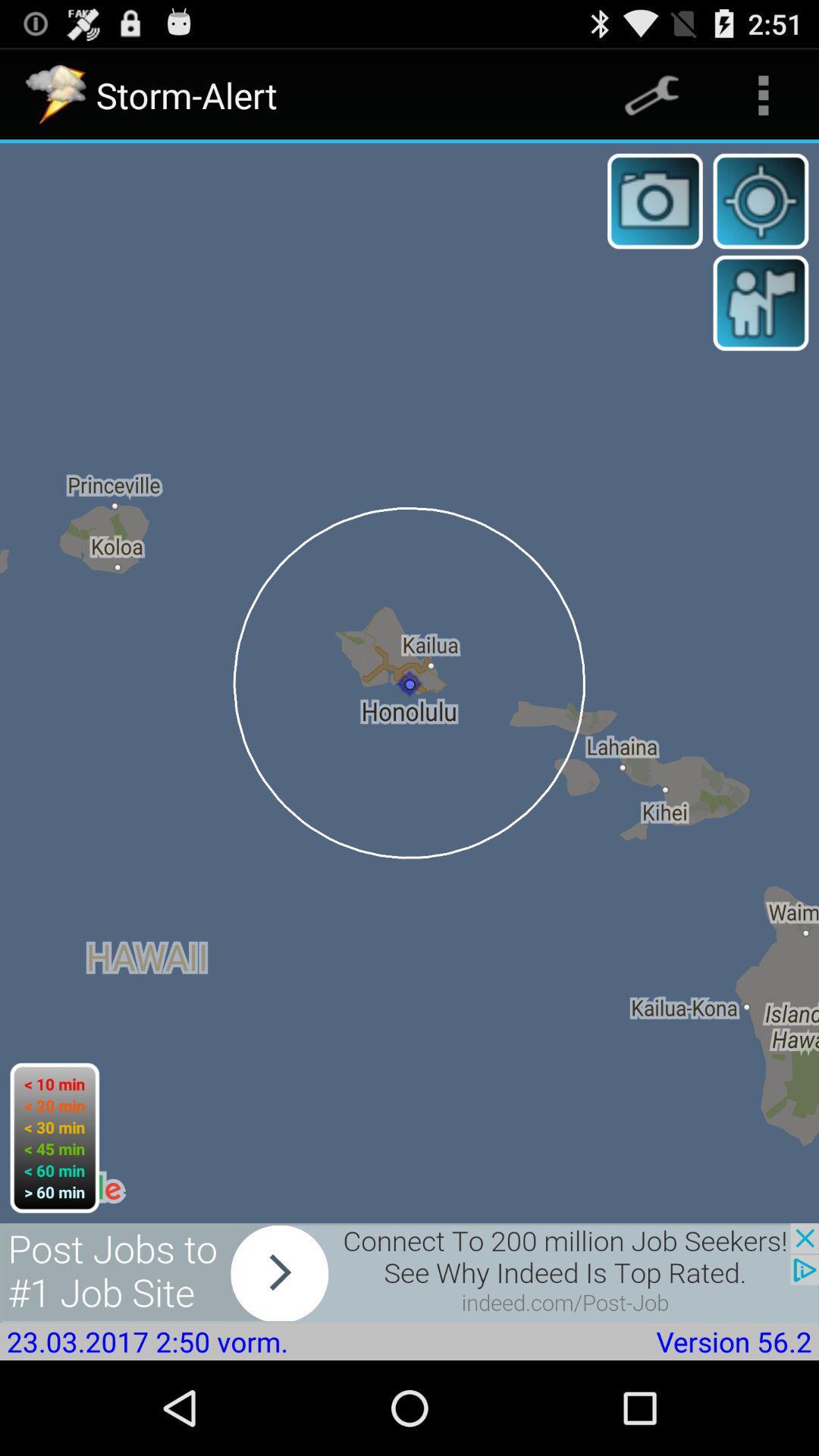 This screenshot has width=819, height=1456. What do you see at coordinates (654, 200) in the screenshot?
I see `take photo` at bounding box center [654, 200].